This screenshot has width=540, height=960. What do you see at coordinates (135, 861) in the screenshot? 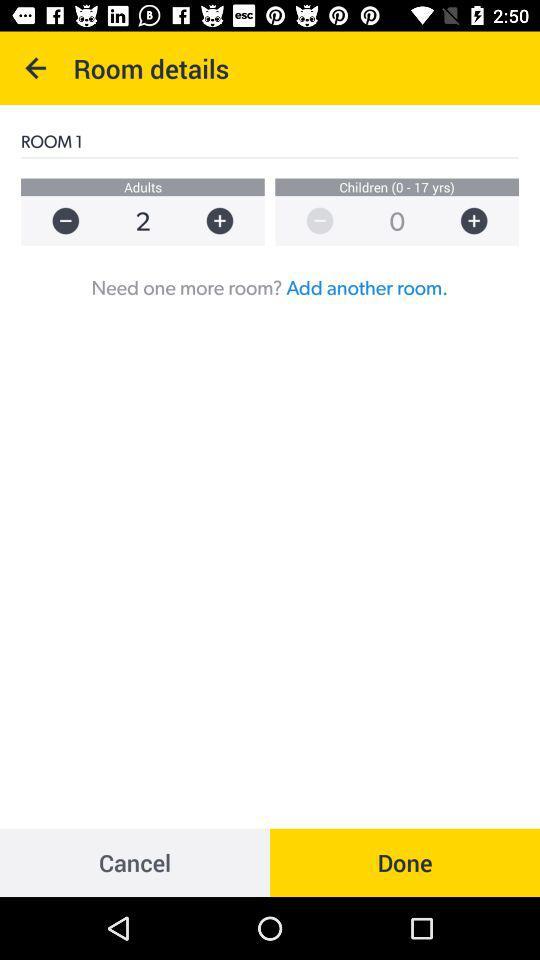
I see `cancel at the bottom left corner` at bounding box center [135, 861].